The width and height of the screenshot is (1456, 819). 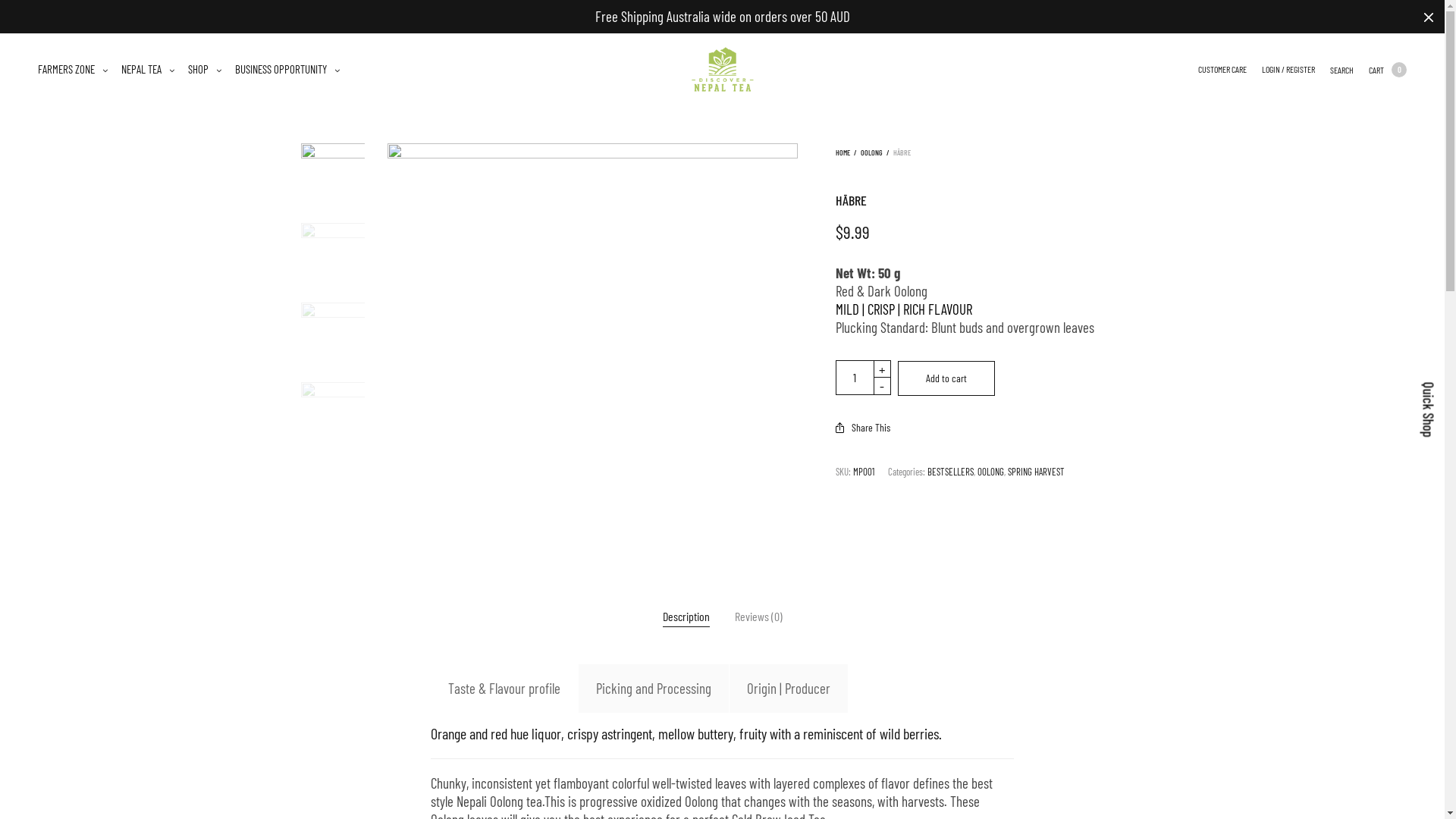 I want to click on 'FARMERS ZONE', so click(x=72, y=69).